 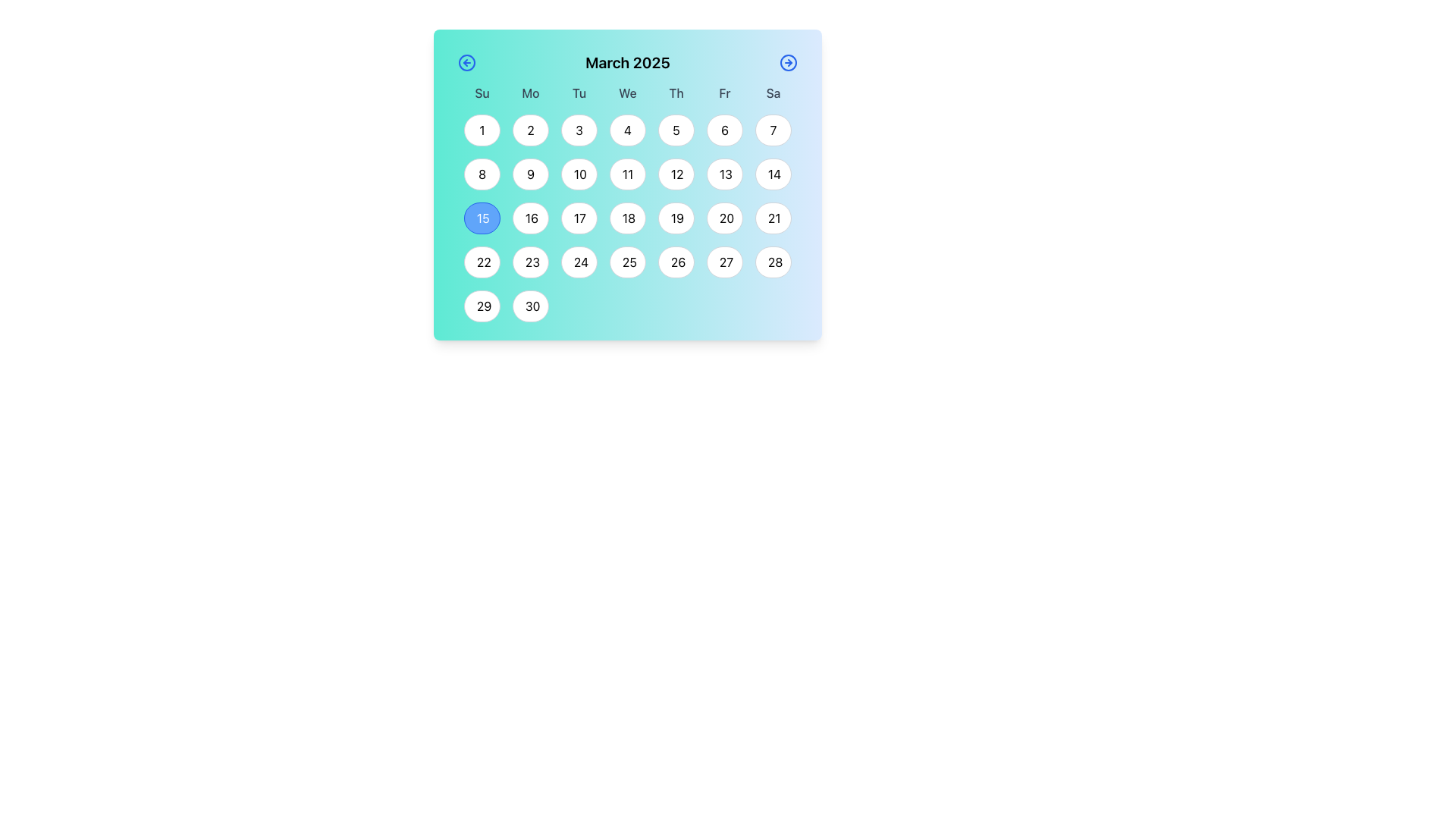 I want to click on the button representing the date '22' in the March 2025 calendar, so click(x=481, y=262).